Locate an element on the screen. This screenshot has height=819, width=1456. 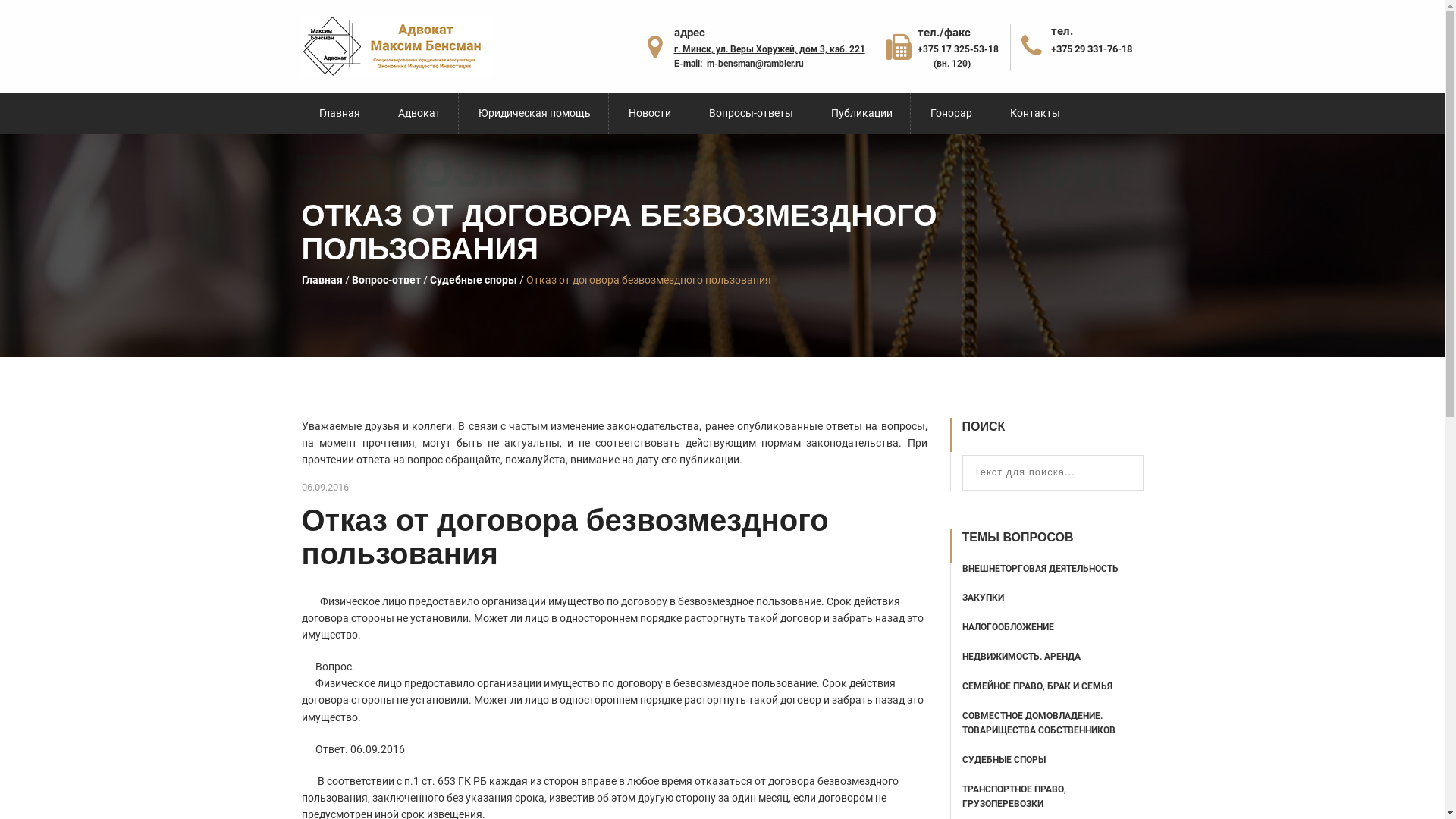
'-bensman@rambler.ru' is located at coordinates (759, 63).